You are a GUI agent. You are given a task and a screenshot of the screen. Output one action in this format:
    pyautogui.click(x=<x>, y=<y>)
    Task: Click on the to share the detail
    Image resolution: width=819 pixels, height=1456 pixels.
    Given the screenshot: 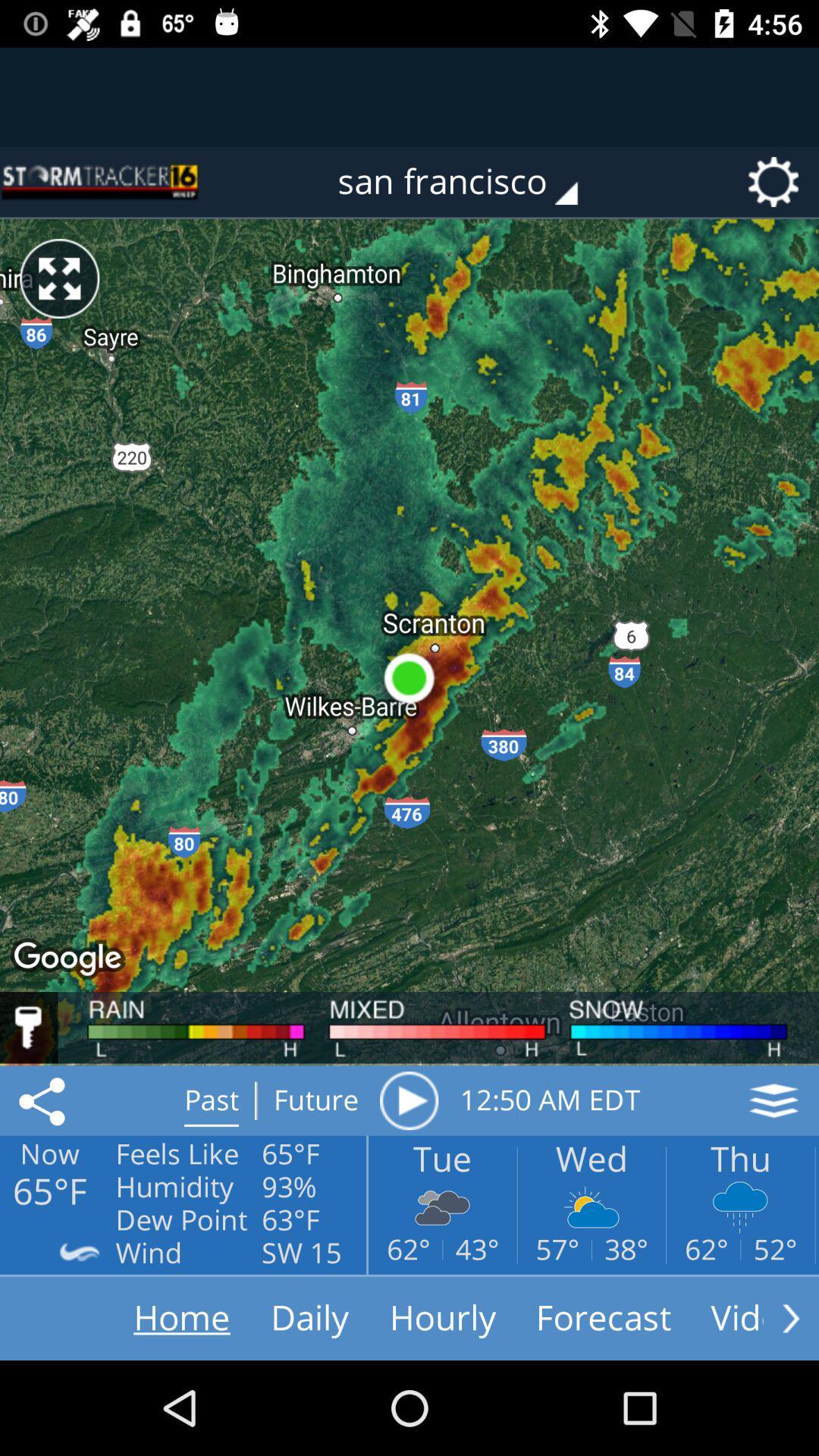 What is the action you would take?
    pyautogui.click(x=44, y=1100)
    